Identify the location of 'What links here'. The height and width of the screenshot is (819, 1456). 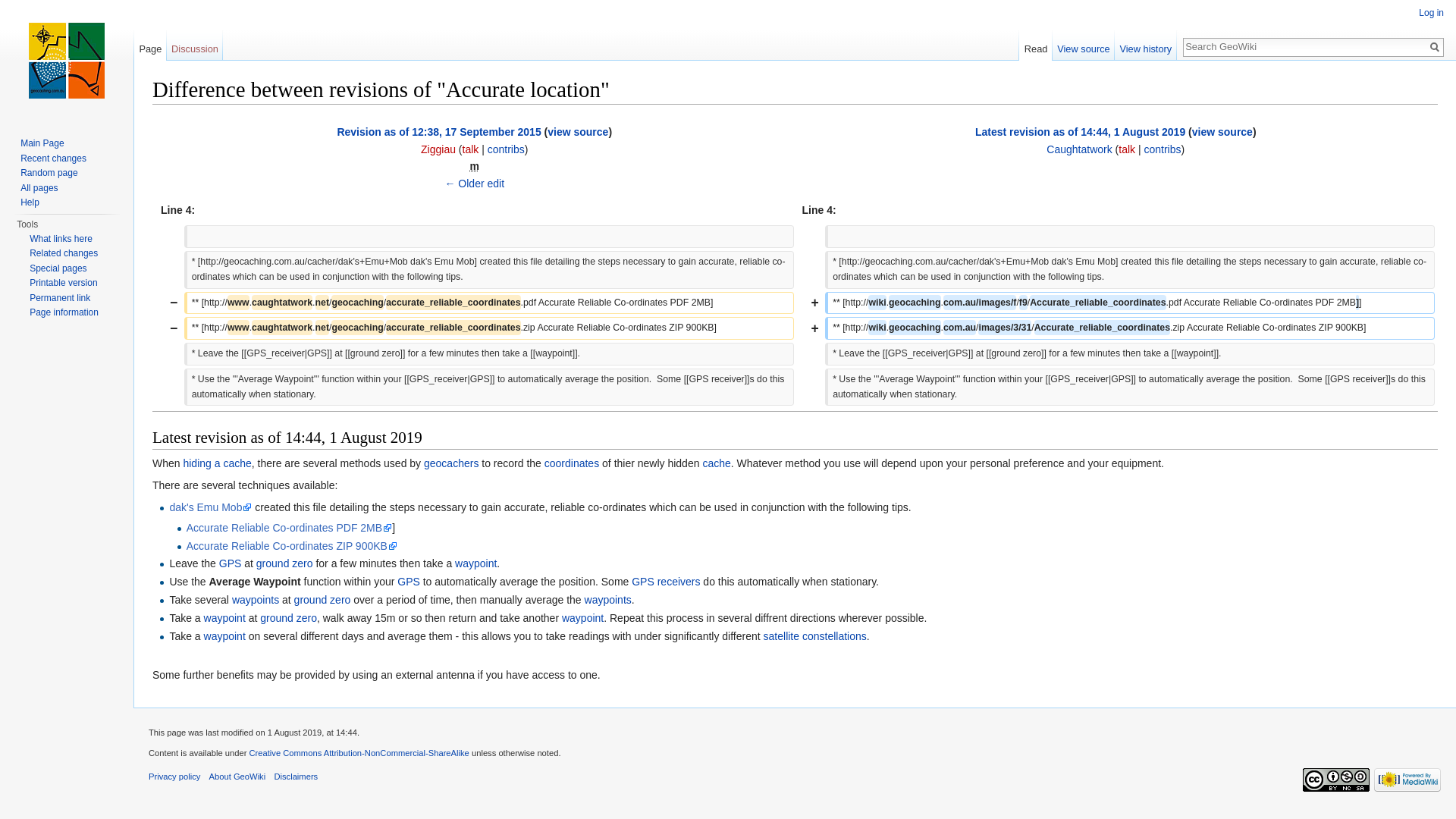
(61, 239).